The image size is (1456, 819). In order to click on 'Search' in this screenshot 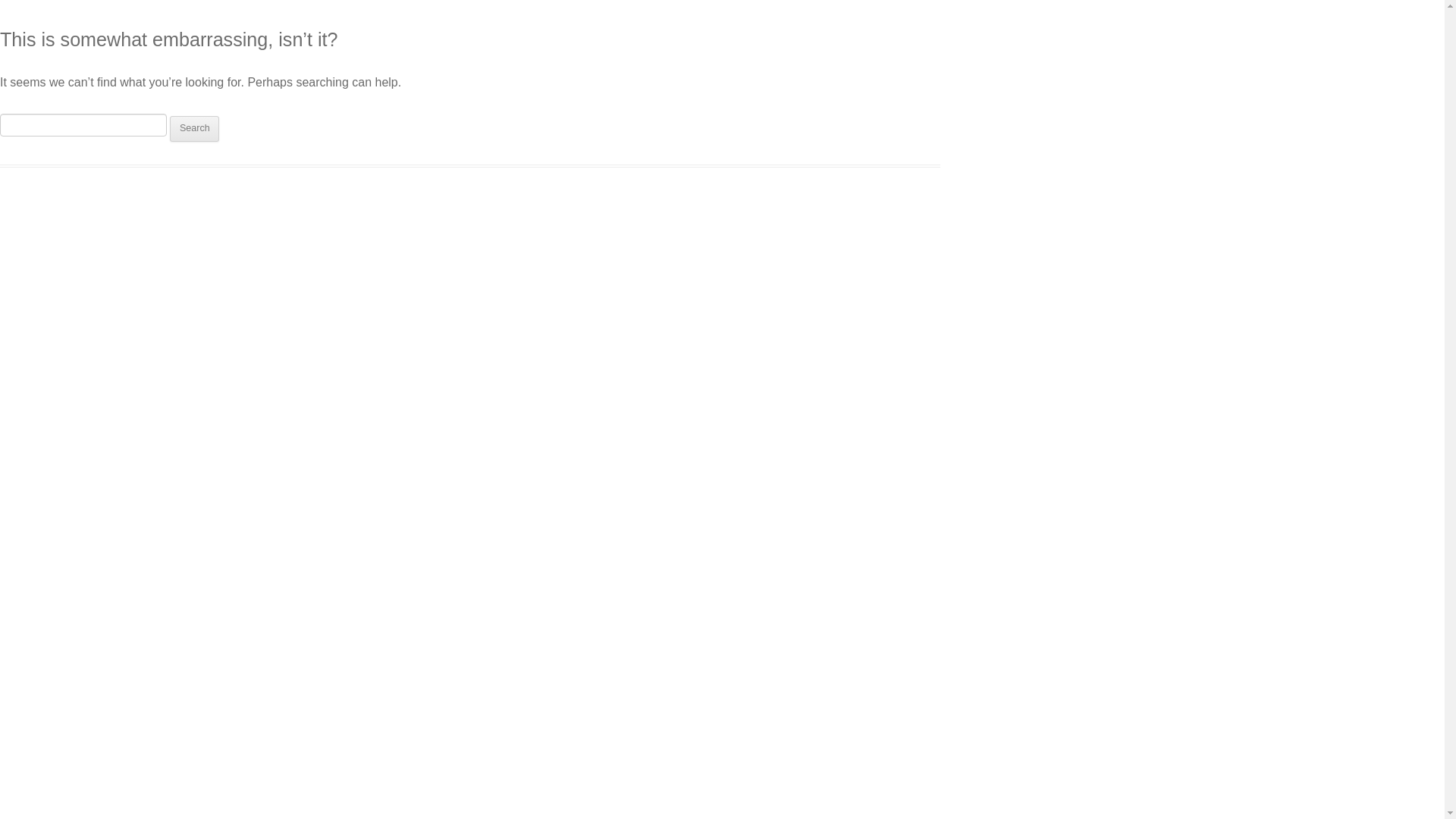, I will do `click(170, 127)`.